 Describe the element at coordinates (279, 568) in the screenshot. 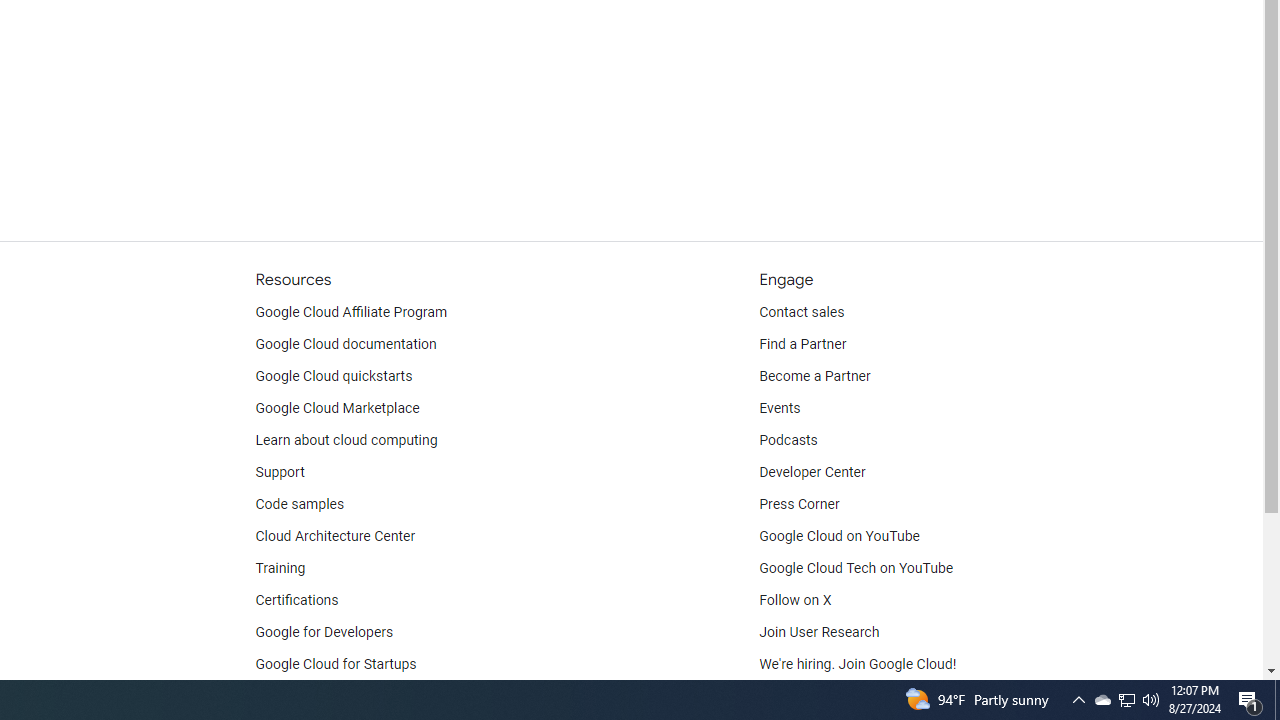

I see `'Training'` at that location.